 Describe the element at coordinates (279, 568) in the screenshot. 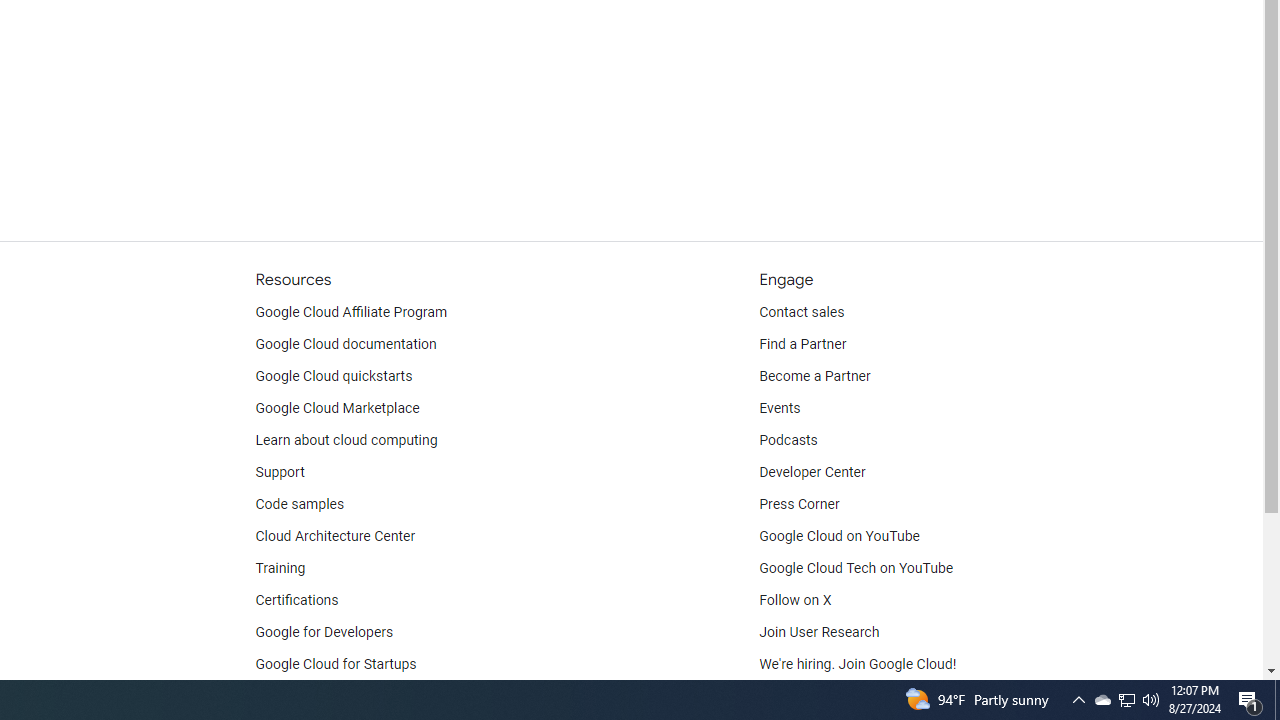

I see `'Training'` at that location.